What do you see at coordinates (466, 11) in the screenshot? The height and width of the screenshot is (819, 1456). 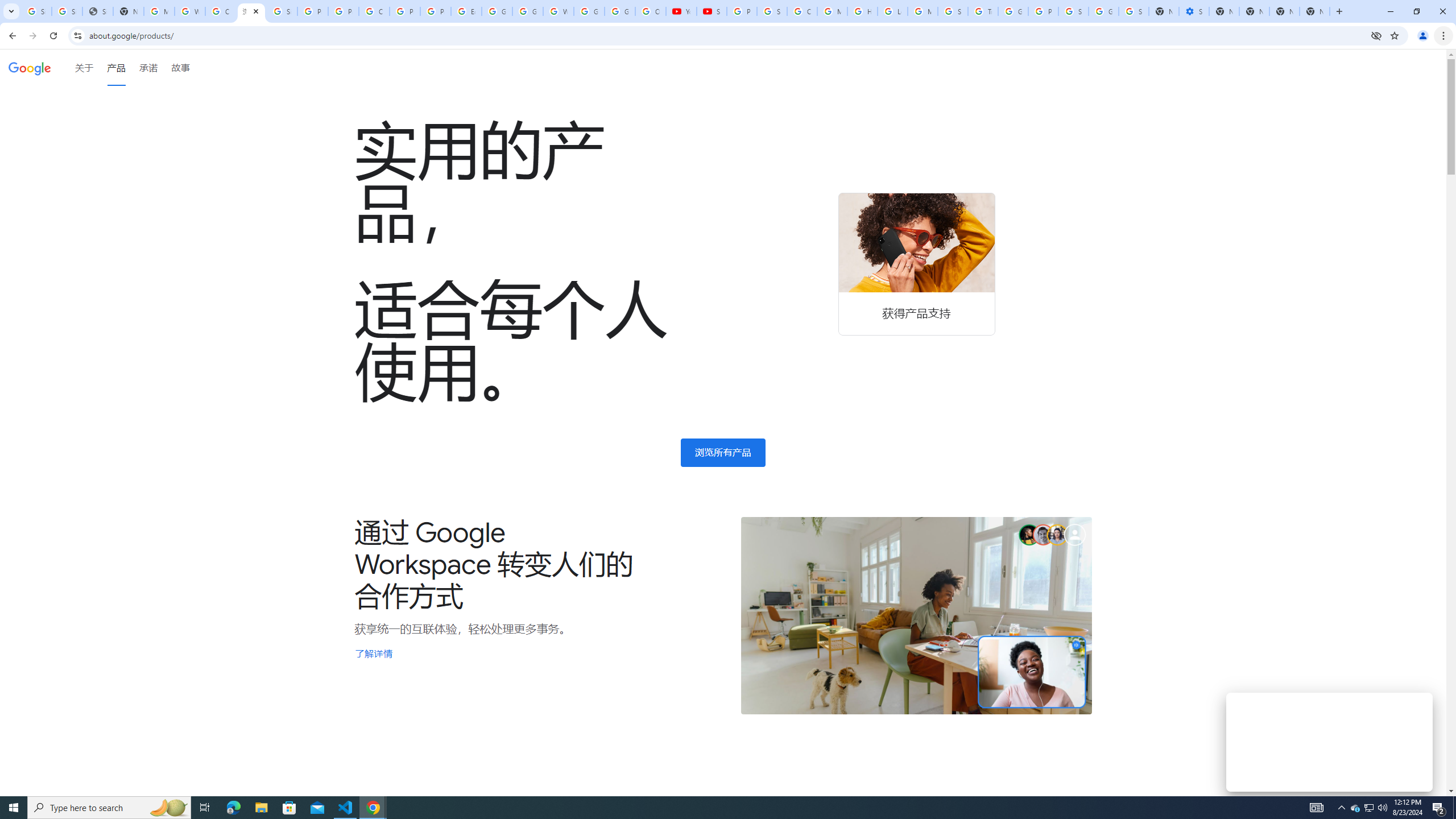 I see `'Edit and view right-to-left text - Google Docs Editors Help'` at bounding box center [466, 11].